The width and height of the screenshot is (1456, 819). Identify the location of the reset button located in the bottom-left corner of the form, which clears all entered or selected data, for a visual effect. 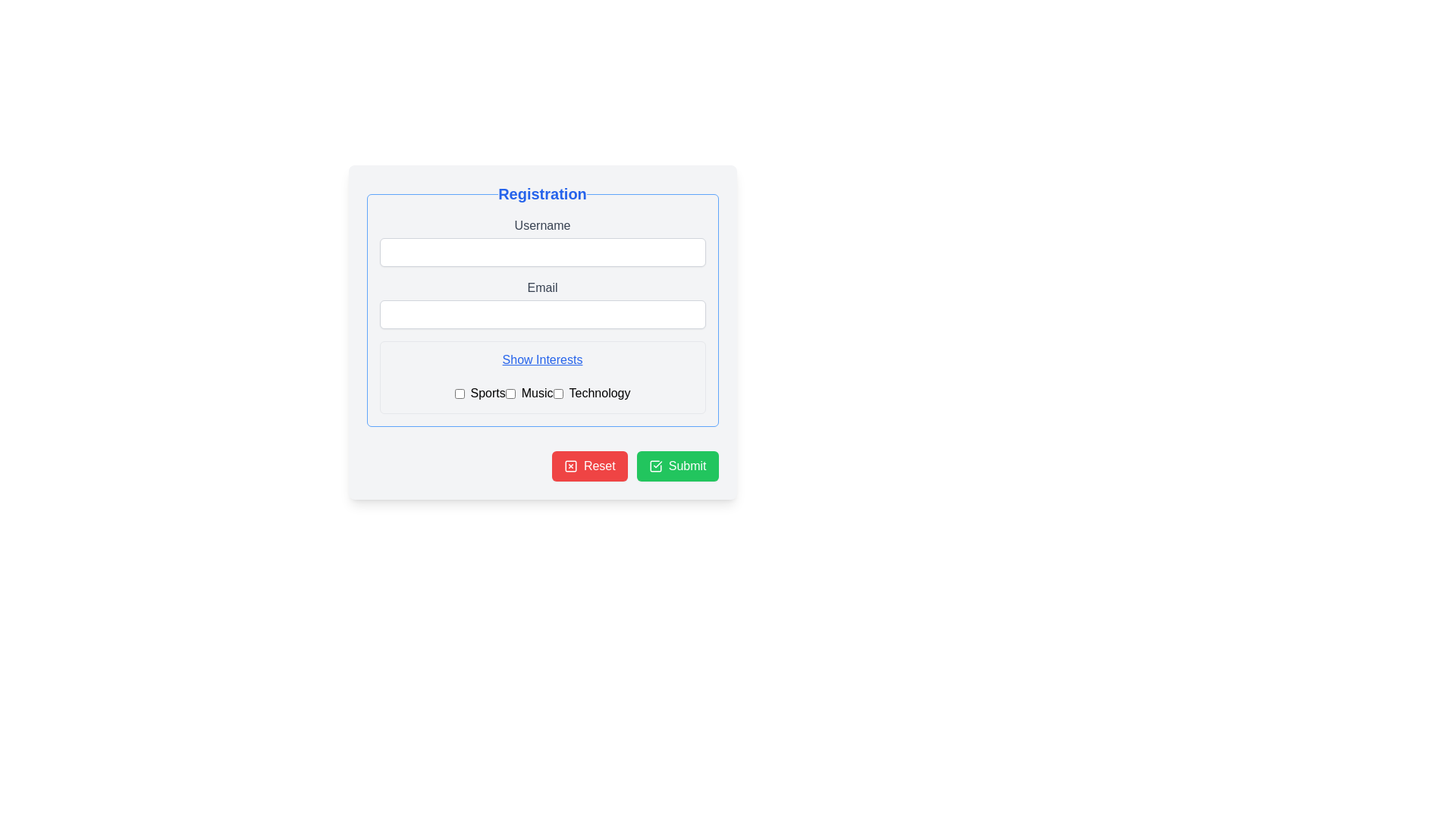
(588, 465).